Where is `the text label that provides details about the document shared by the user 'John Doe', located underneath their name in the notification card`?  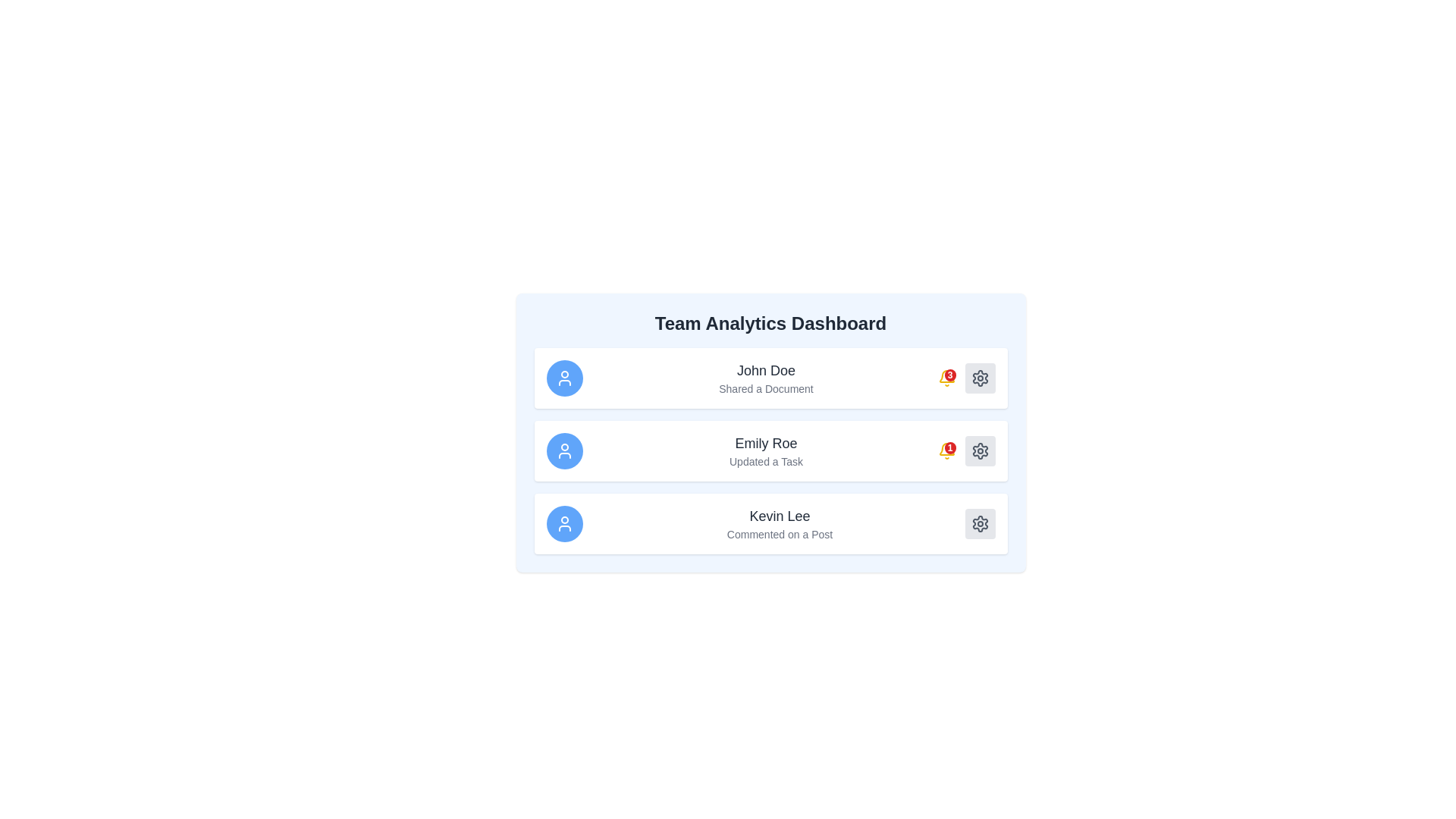 the text label that provides details about the document shared by the user 'John Doe', located underneath their name in the notification card is located at coordinates (766, 388).